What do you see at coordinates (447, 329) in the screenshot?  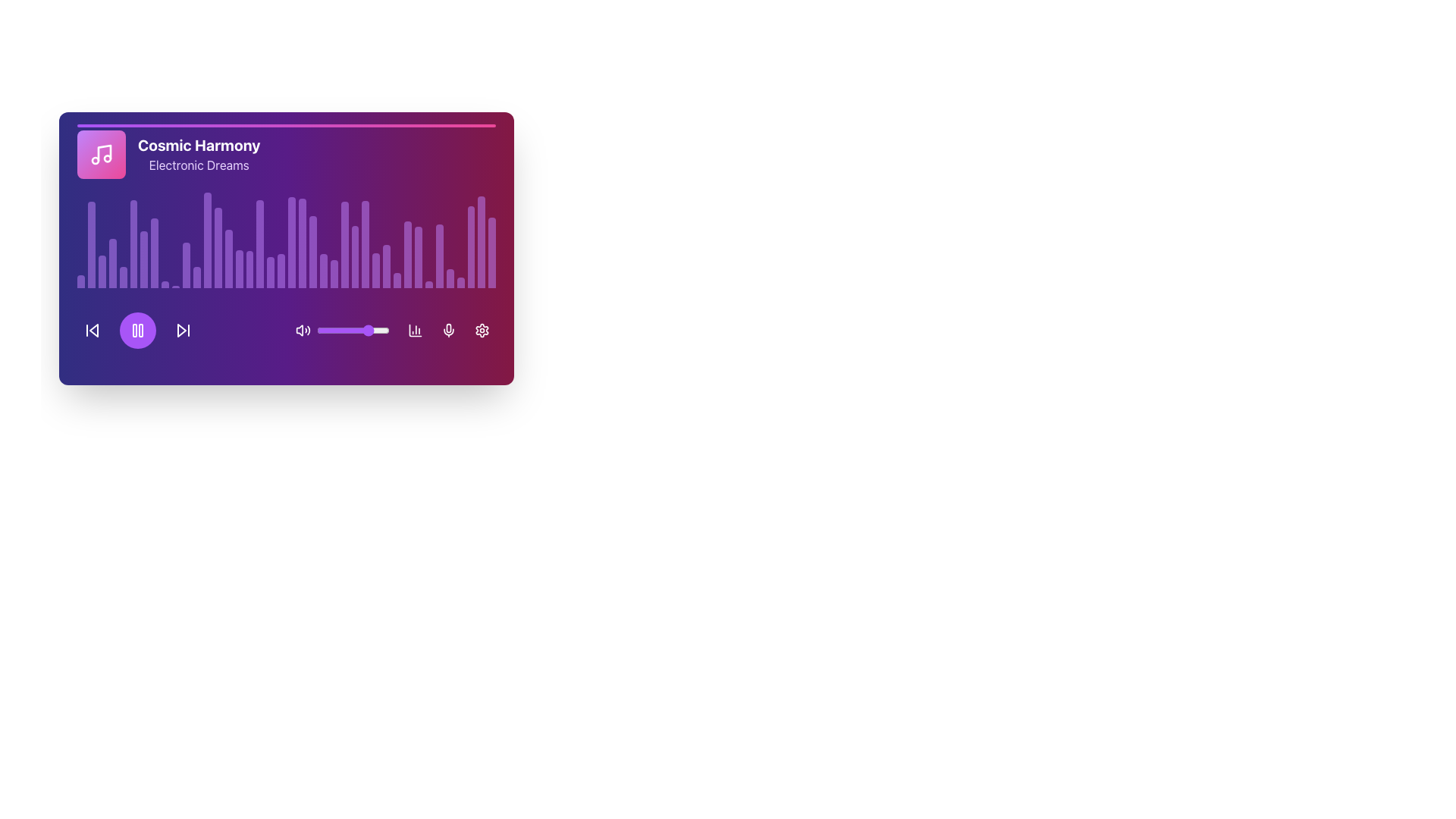 I see `the microphone icon, which is the fourth icon from the right in the bottom icon row of the music player interface` at bounding box center [447, 329].